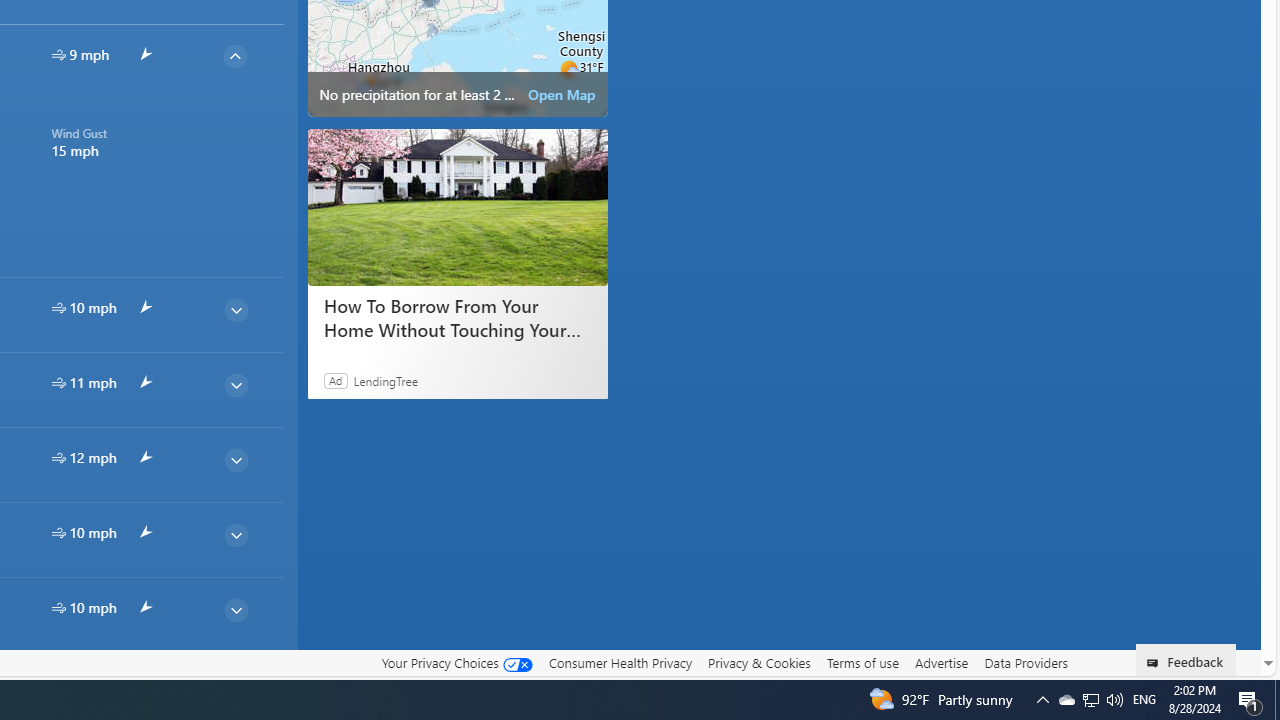  Describe the element at coordinates (1156, 663) in the screenshot. I see `'Class: feedback_link_icon-DS-EntryPoint1-1'` at that location.